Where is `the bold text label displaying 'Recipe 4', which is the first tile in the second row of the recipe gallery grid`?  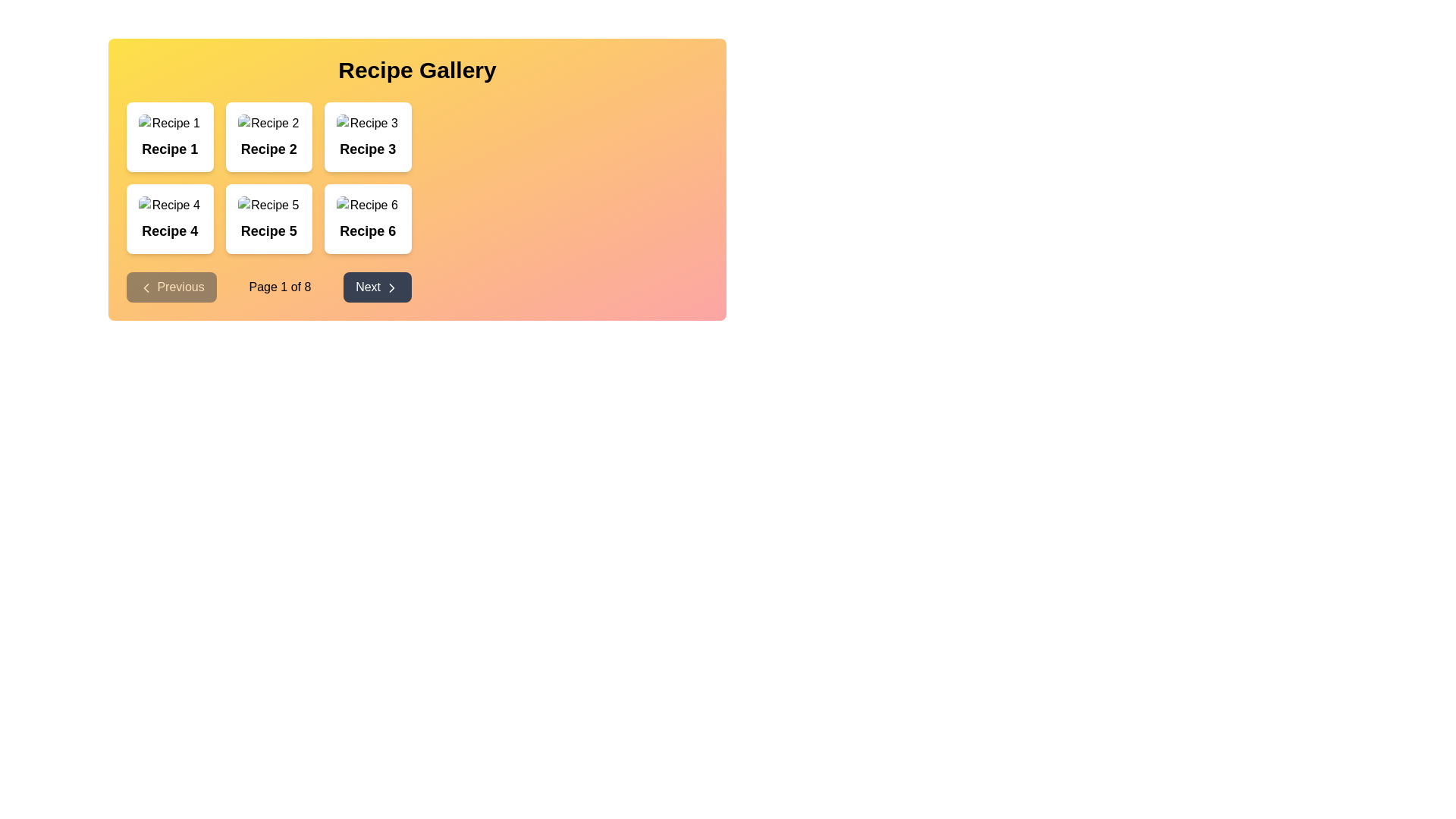 the bold text label displaying 'Recipe 4', which is the first tile in the second row of the recipe gallery grid is located at coordinates (170, 231).